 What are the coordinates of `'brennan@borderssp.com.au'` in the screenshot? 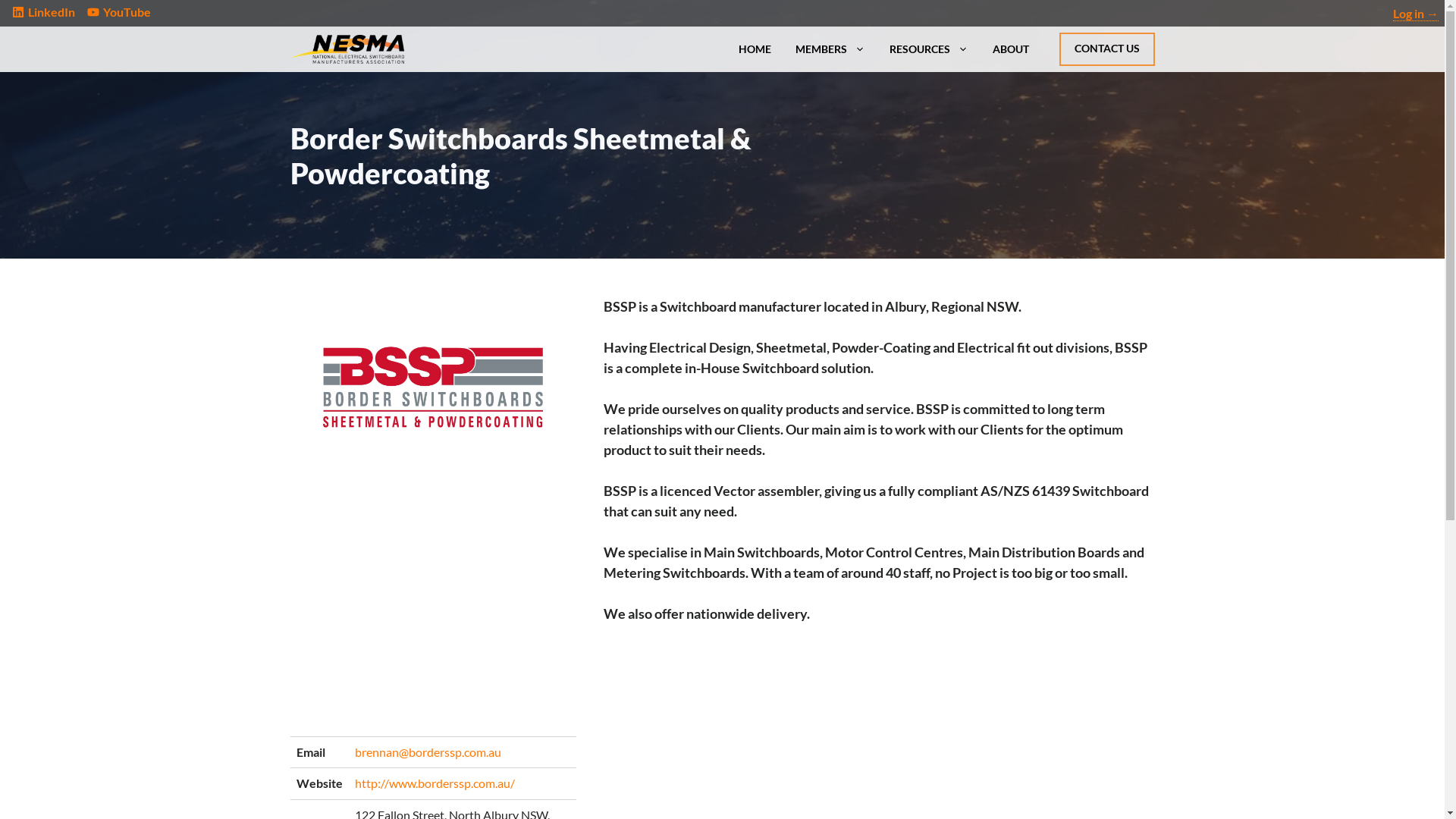 It's located at (353, 752).